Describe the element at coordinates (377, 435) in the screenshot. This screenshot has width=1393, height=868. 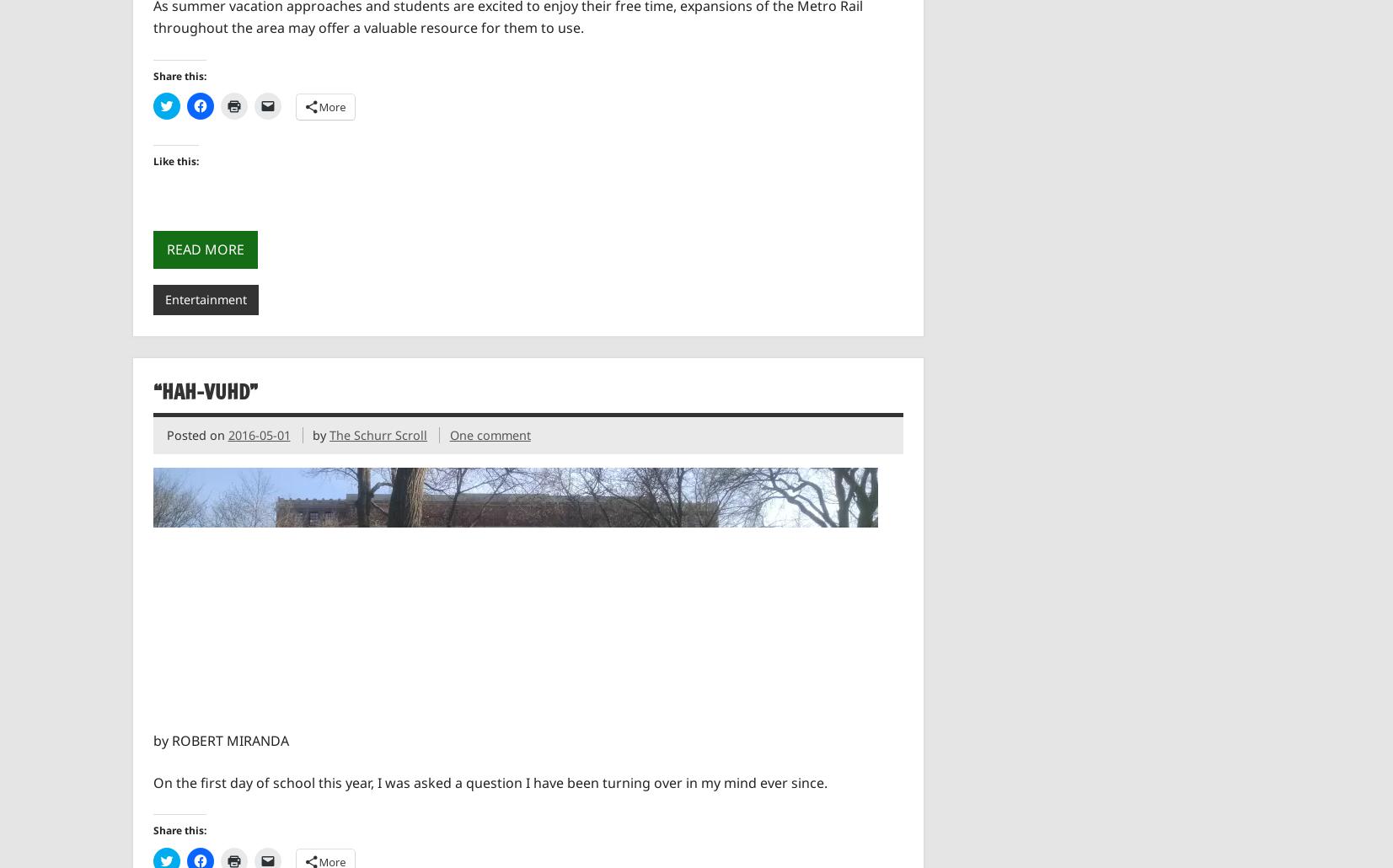
I see `'The Schurr Scroll'` at that location.